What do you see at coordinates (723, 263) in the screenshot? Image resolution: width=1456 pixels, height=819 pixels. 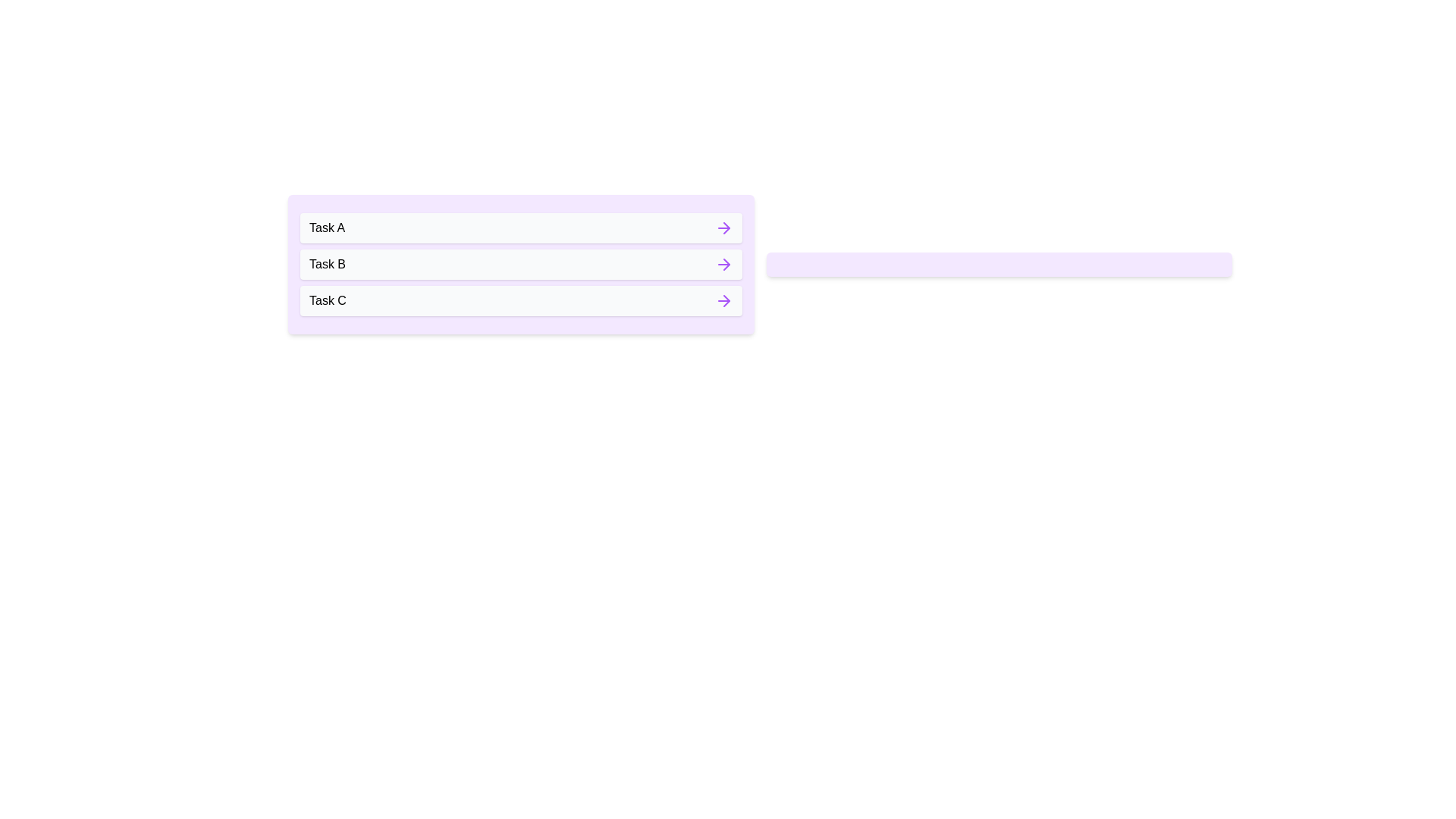 I see `arrow button next to the task labeled 'Task B' to transfer it to the scheduled list` at bounding box center [723, 263].